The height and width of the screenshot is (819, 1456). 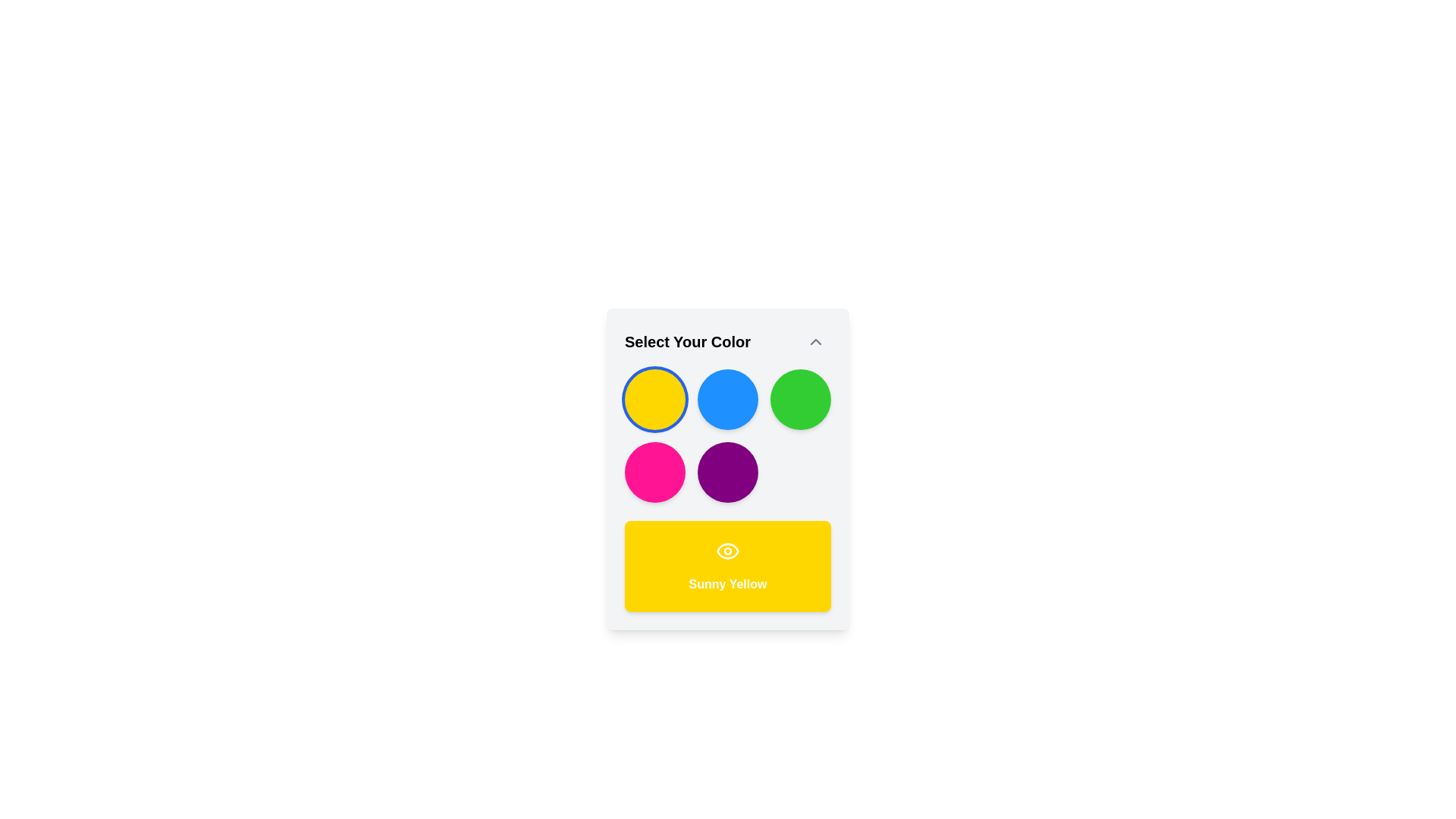 I want to click on the fourth button in the grid layout, which serves as the color selector for 'Blush Pink', to trigger the hover effect, so click(x=655, y=472).